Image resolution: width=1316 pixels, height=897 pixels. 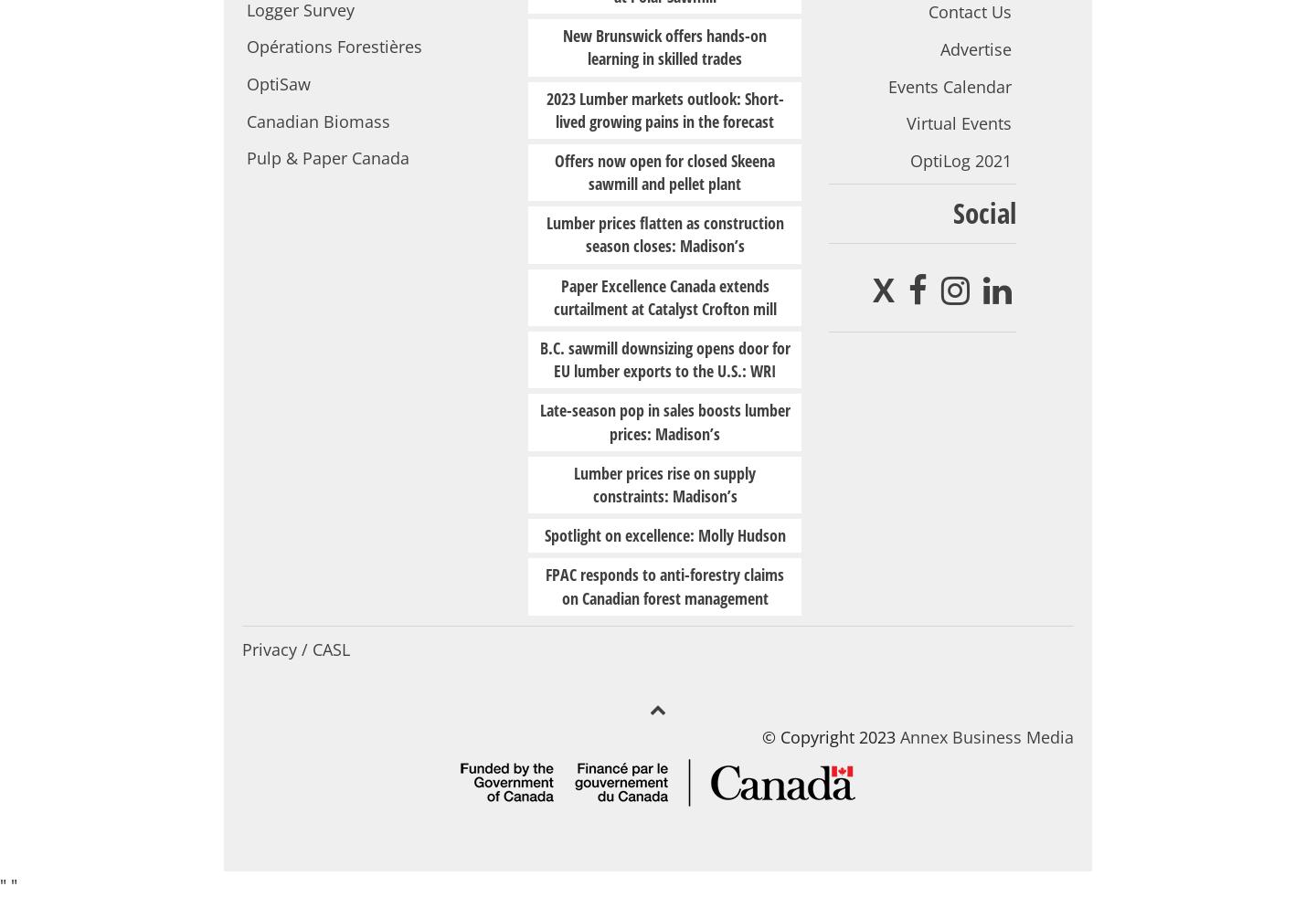 I want to click on 'Pulp & Paper Canada', so click(x=327, y=157).